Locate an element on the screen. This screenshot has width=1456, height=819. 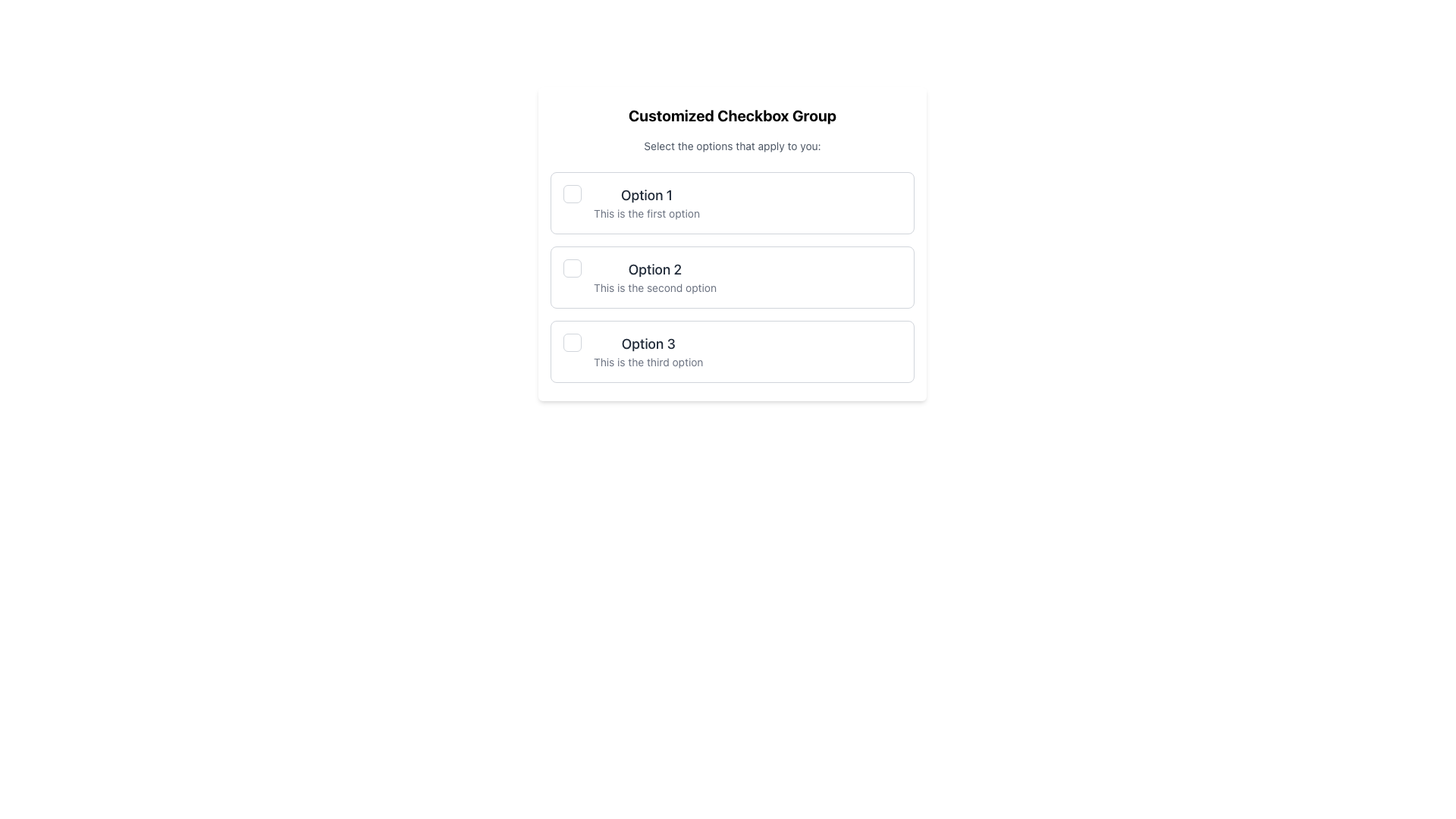
the interactive checkbox for 'Option 2' is located at coordinates (571, 268).